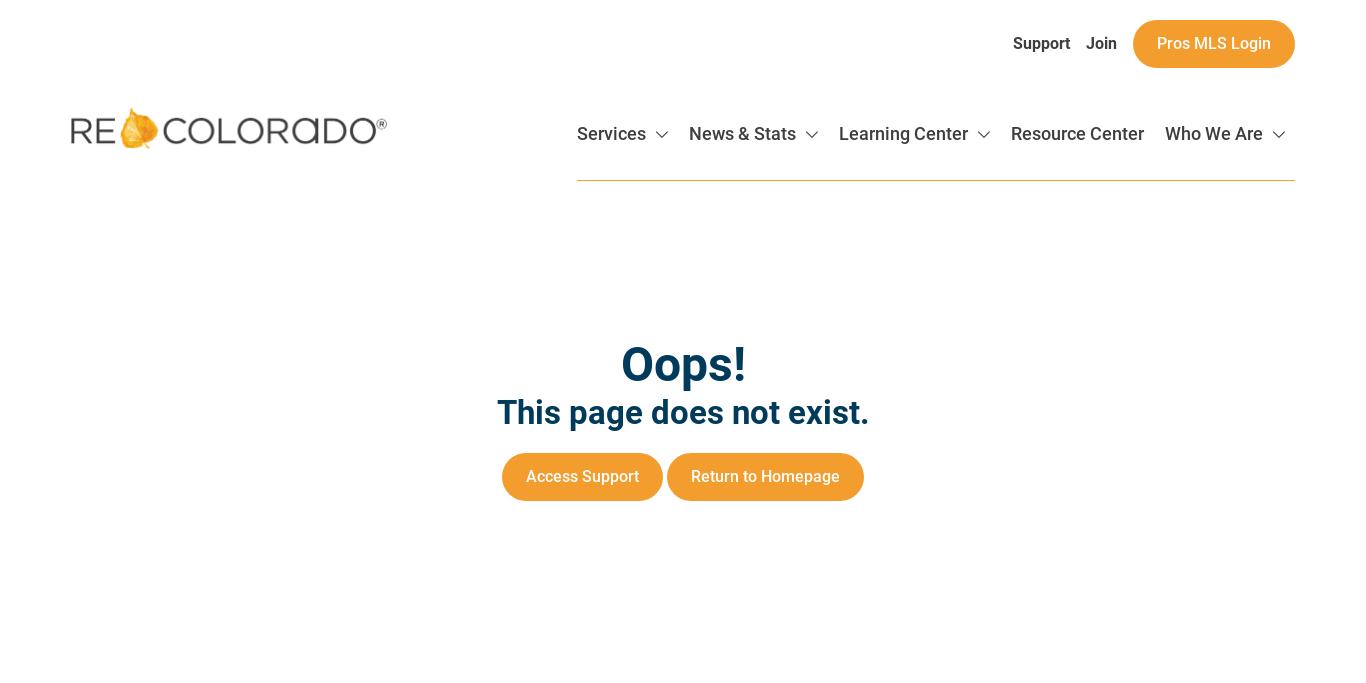 Image resolution: width=1366 pixels, height=683 pixels. What do you see at coordinates (1137, 452) in the screenshot?
I see `'Customization'` at bounding box center [1137, 452].